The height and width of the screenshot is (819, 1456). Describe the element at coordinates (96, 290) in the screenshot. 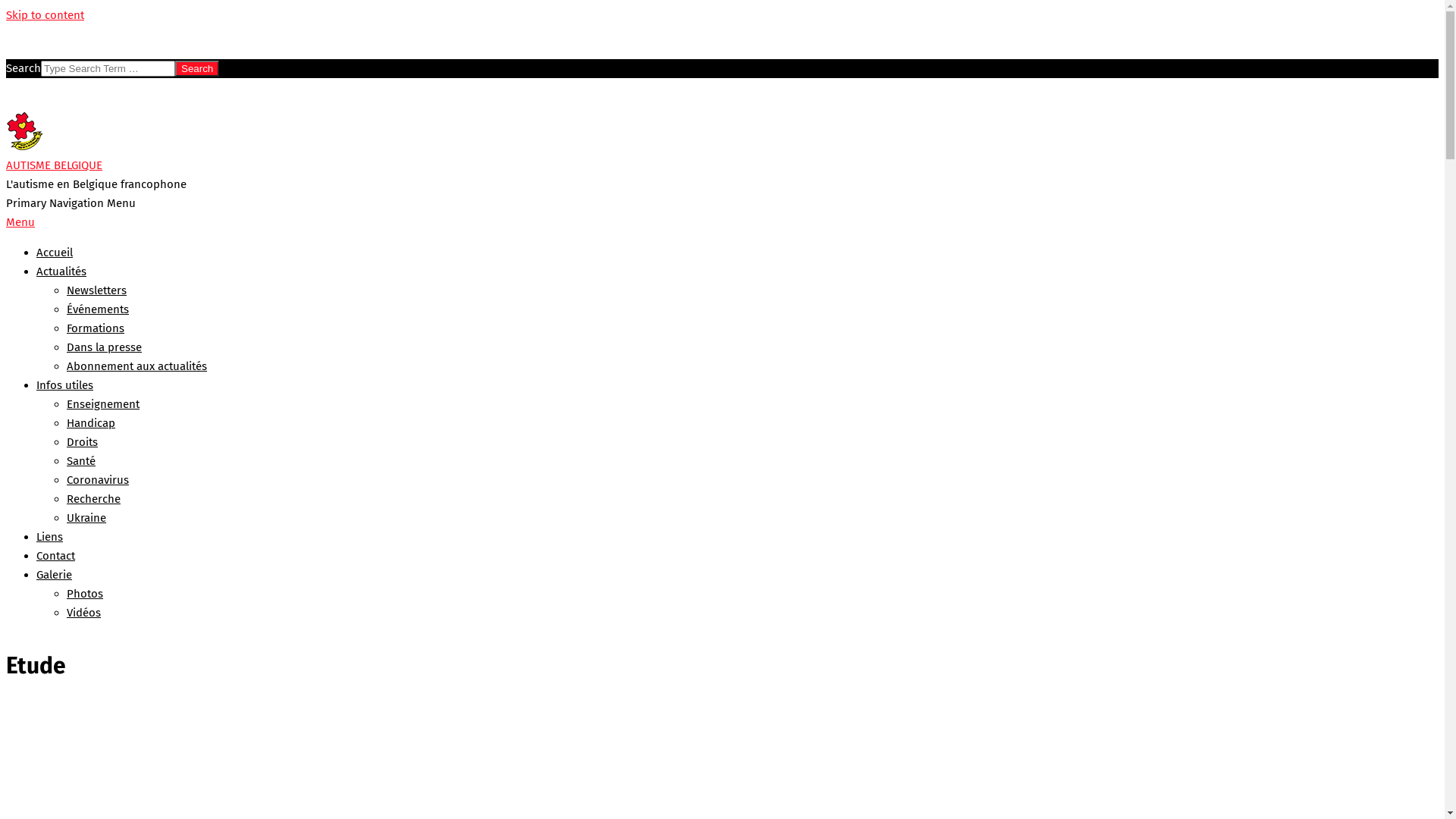

I see `'Newsletters'` at that location.